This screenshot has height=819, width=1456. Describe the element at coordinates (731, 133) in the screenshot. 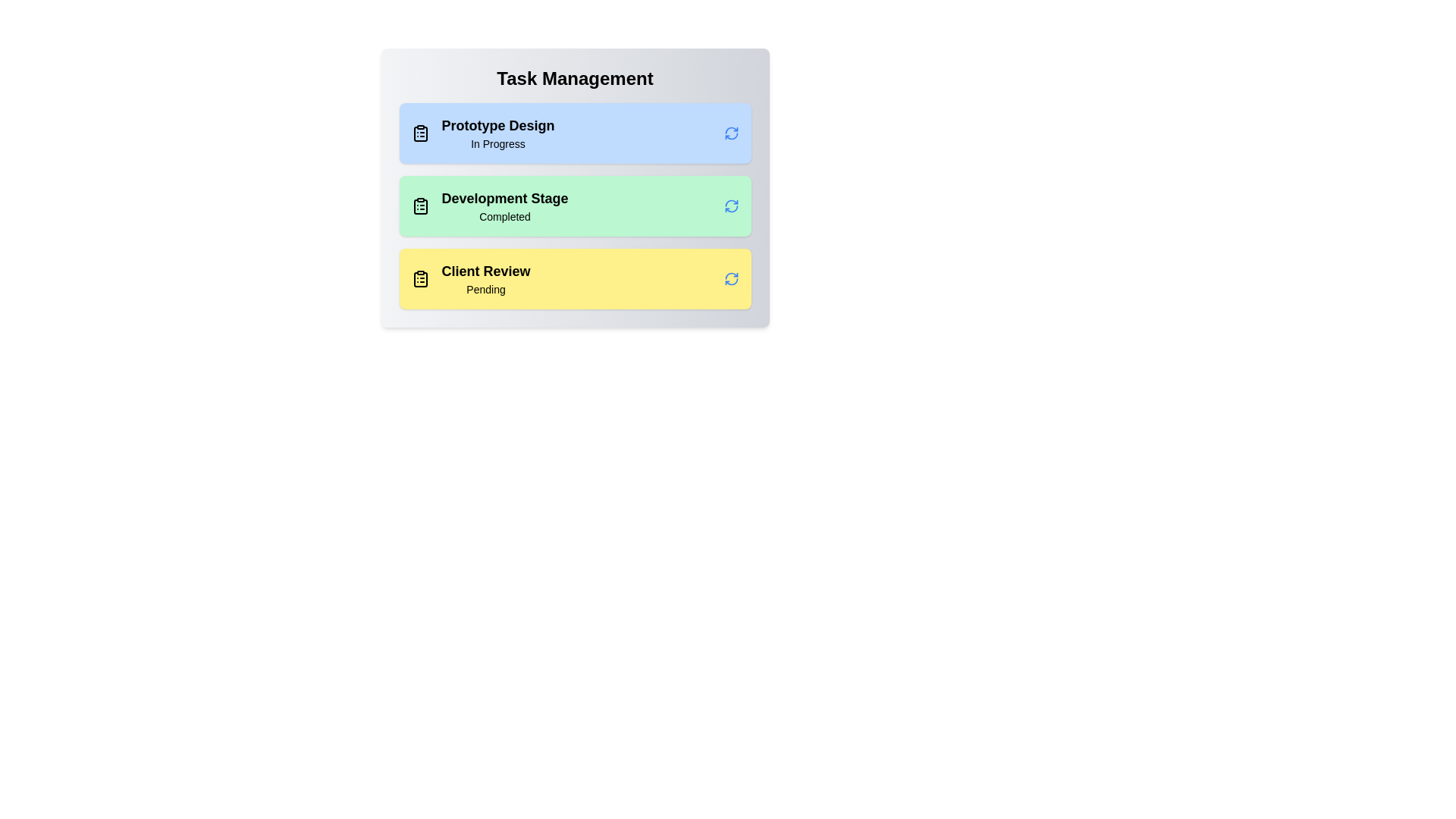

I see `refresh icon for the task with title Prototype Design to toggle its status` at that location.